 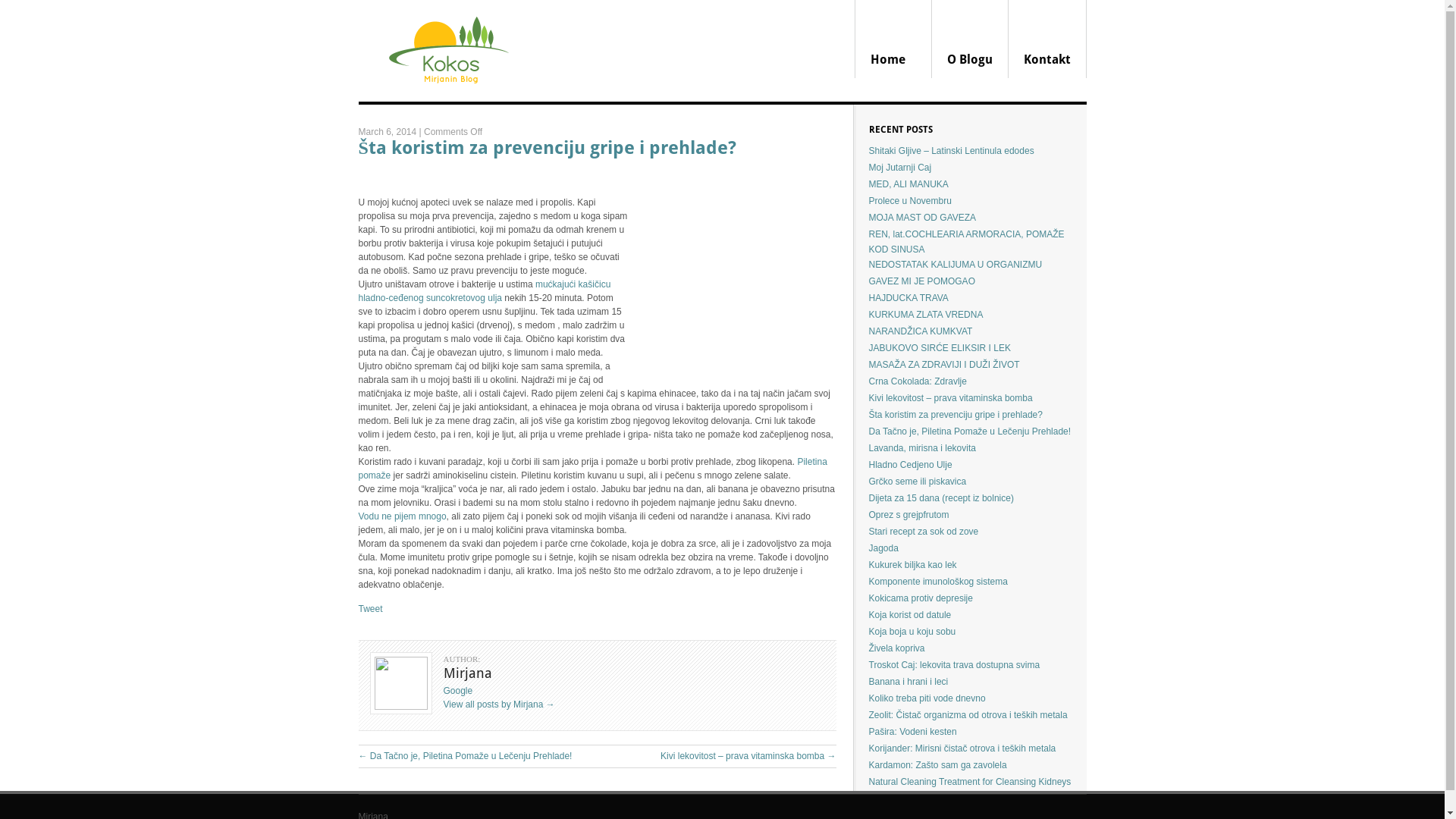 What do you see at coordinates (910, 464) in the screenshot?
I see `'Hladno Cedjeno Ulje'` at bounding box center [910, 464].